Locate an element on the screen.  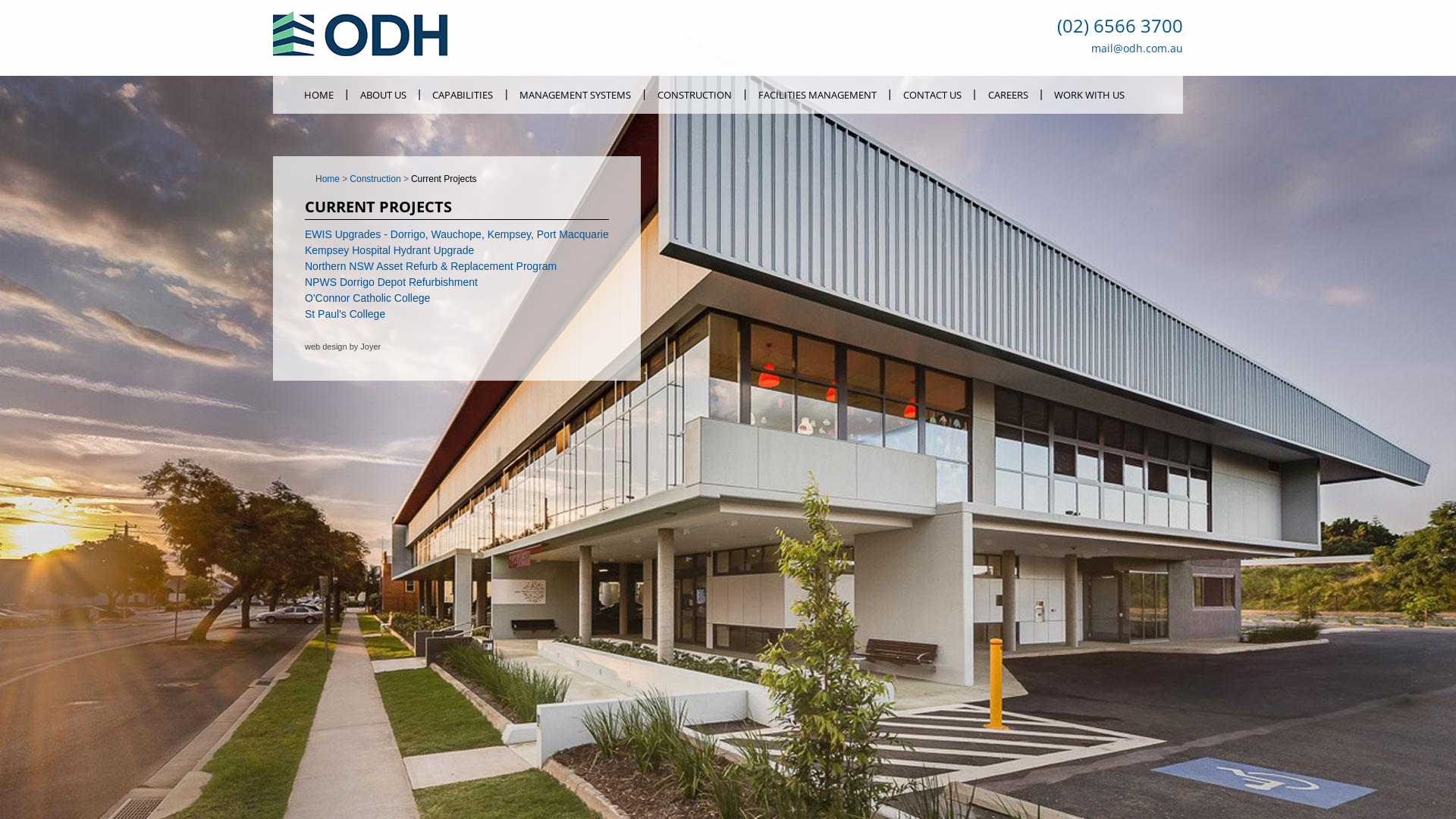
'CAPABILITIES' is located at coordinates (462, 94).